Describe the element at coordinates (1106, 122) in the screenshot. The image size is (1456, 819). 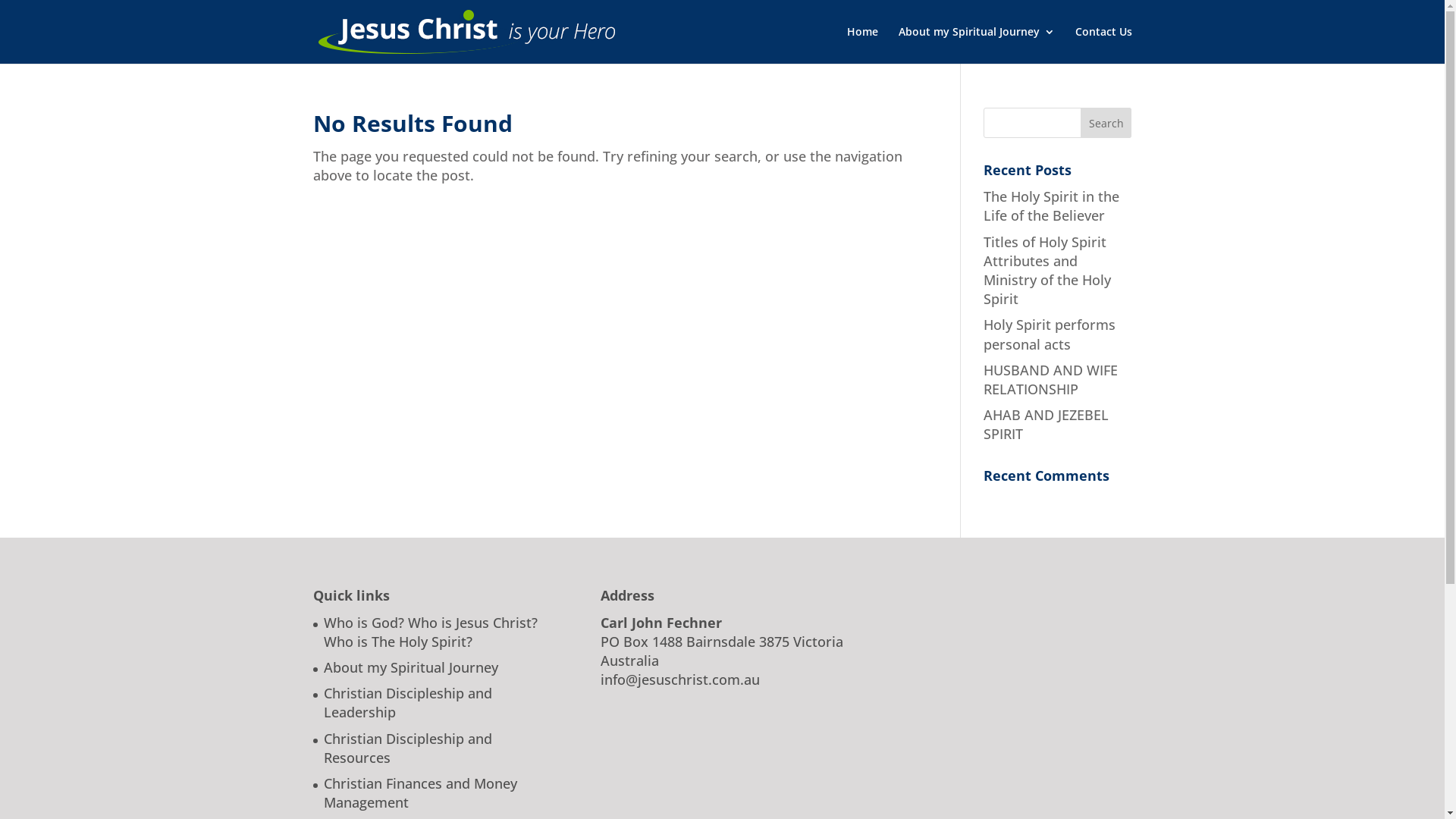
I see `'Search'` at that location.